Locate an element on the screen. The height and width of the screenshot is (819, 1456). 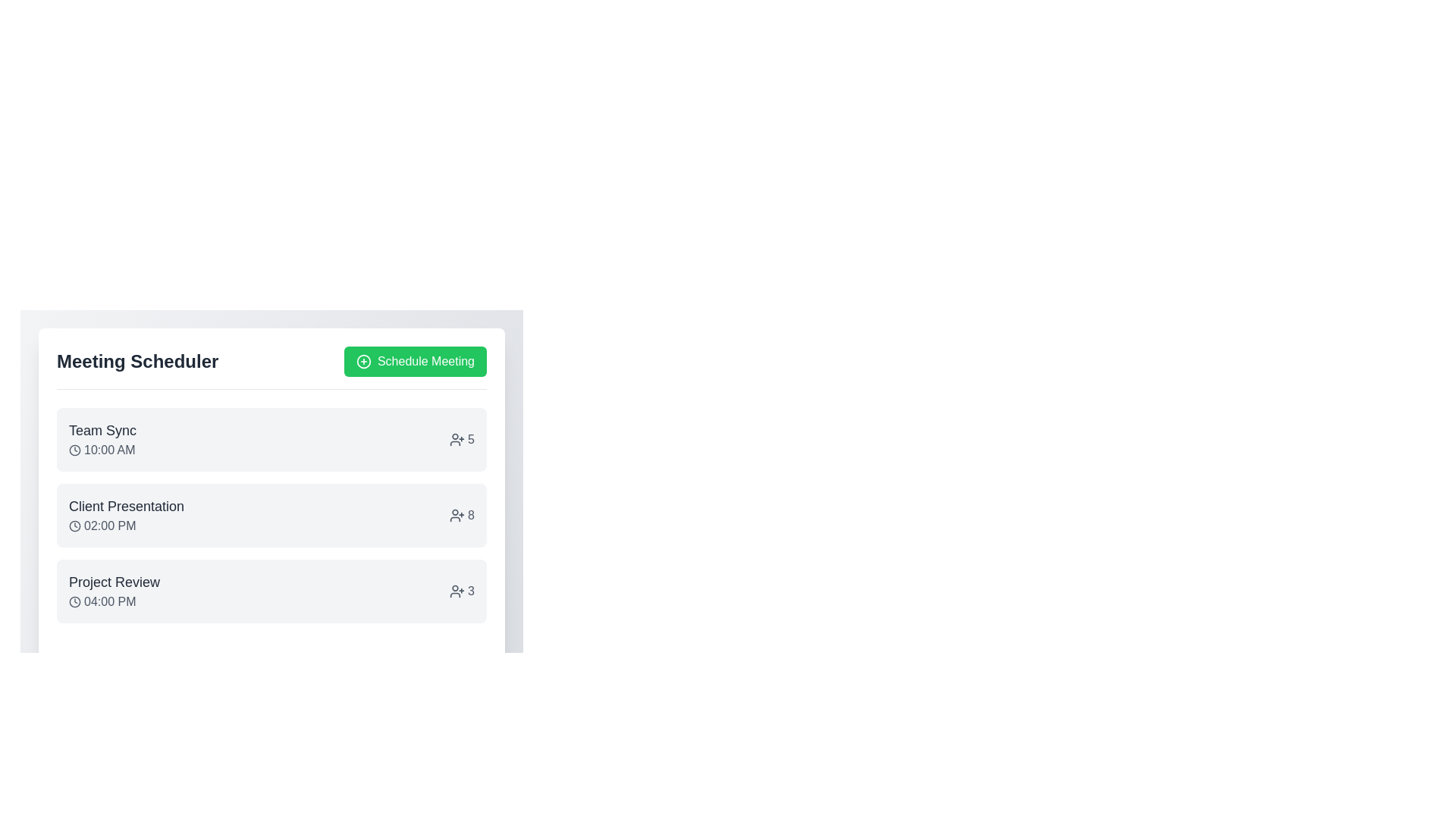
the SVG Circle icon which is part of the clock located to the left of the text '02:00 PM' is located at coordinates (74, 526).